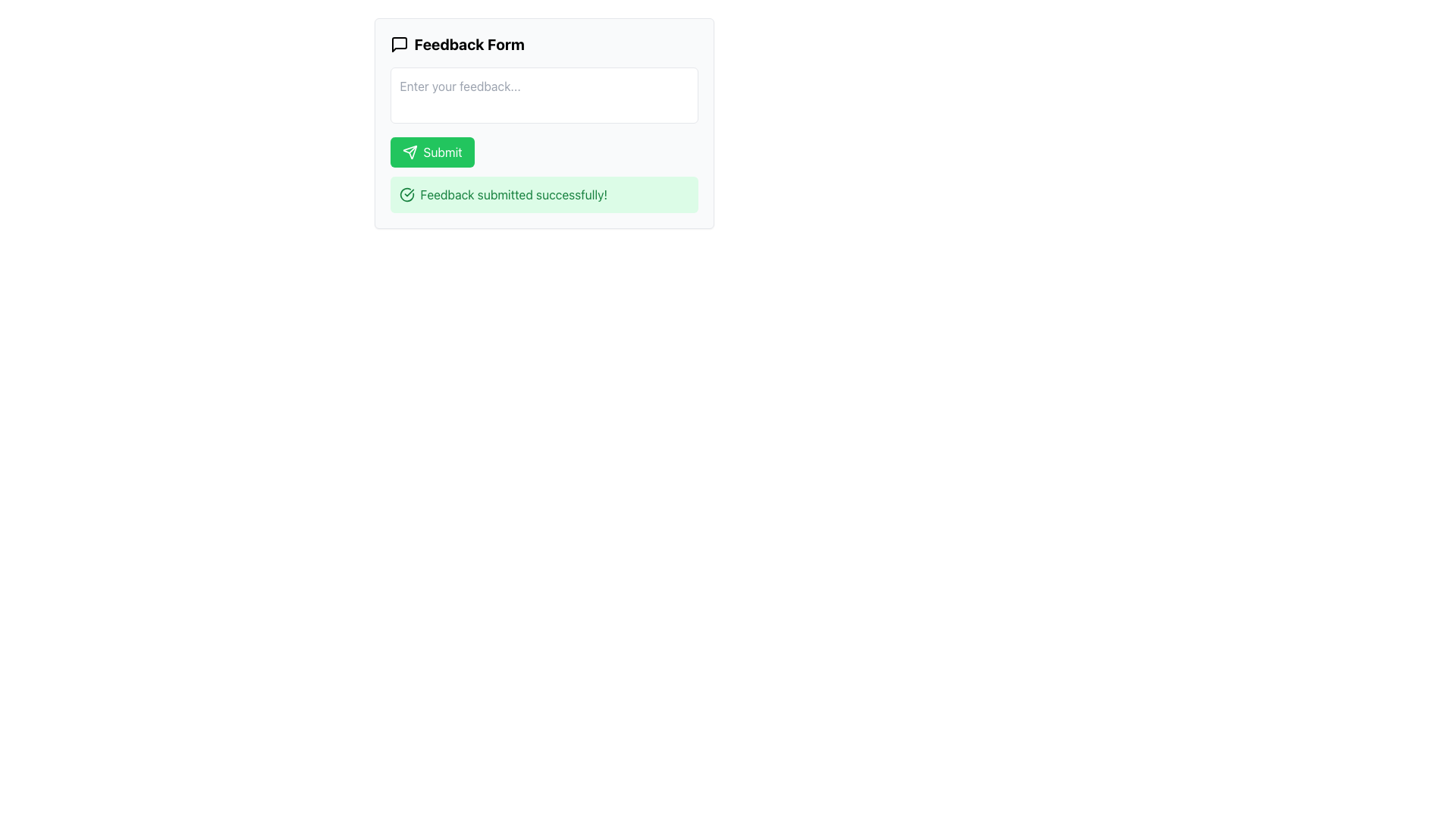 This screenshot has width=1456, height=819. I want to click on the icon element located on the green 'Submit' button, so click(409, 152).